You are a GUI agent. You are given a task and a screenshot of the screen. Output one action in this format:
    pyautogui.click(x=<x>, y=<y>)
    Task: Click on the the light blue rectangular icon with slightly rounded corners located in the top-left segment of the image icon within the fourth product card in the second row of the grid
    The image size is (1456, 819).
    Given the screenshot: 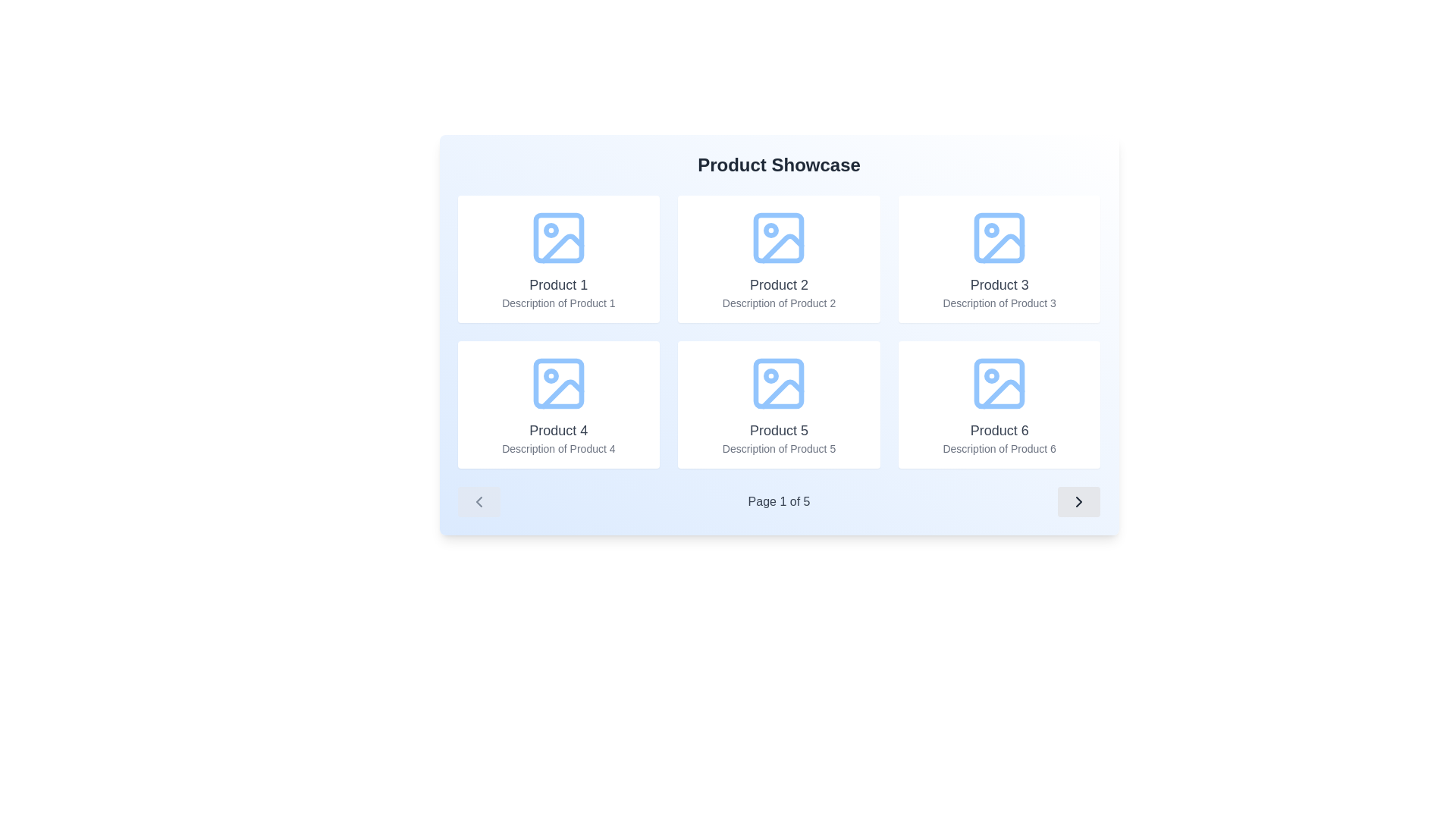 What is the action you would take?
    pyautogui.click(x=557, y=382)
    